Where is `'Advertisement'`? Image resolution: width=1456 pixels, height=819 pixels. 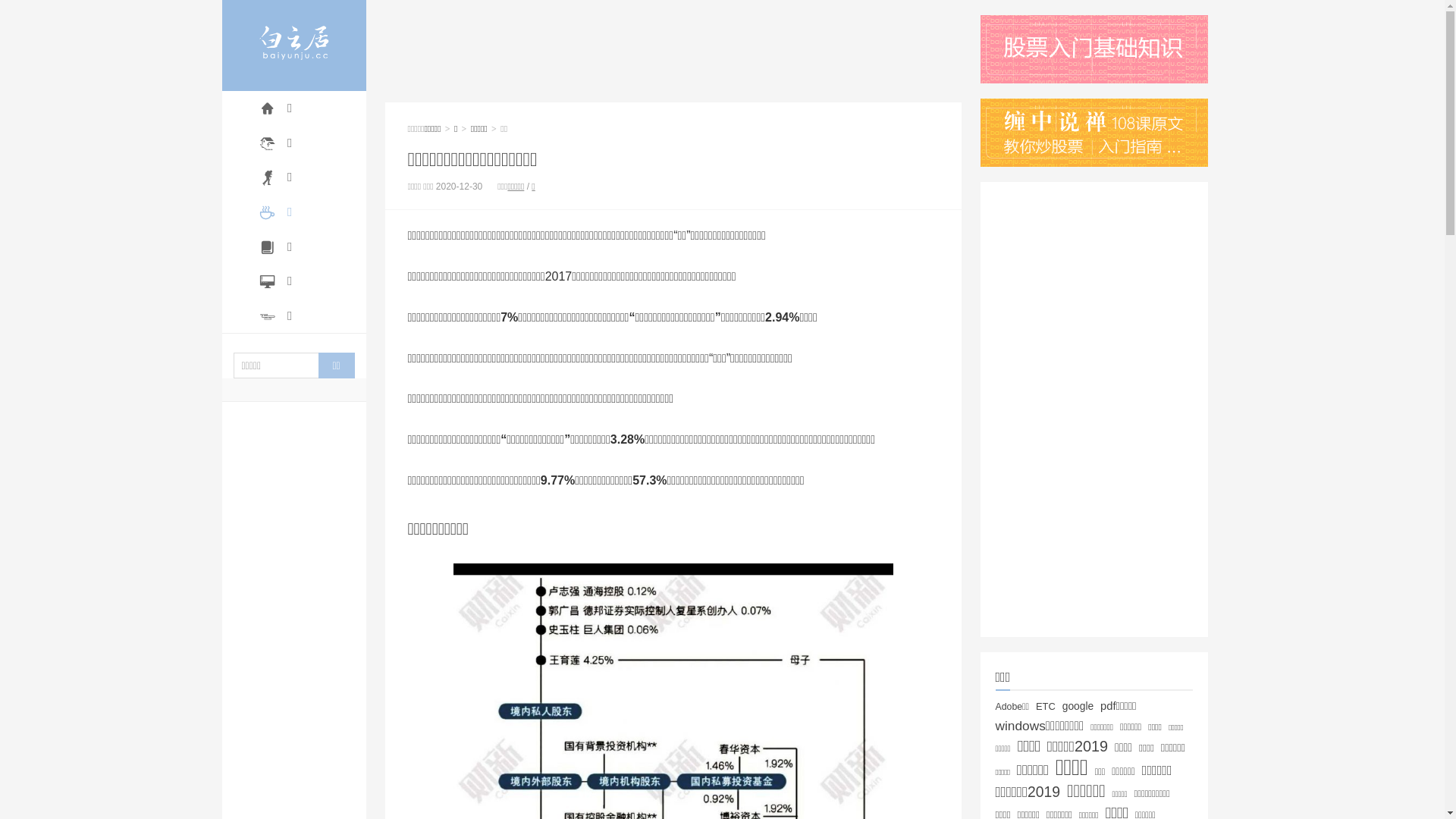 'Advertisement' is located at coordinates (673, 49).